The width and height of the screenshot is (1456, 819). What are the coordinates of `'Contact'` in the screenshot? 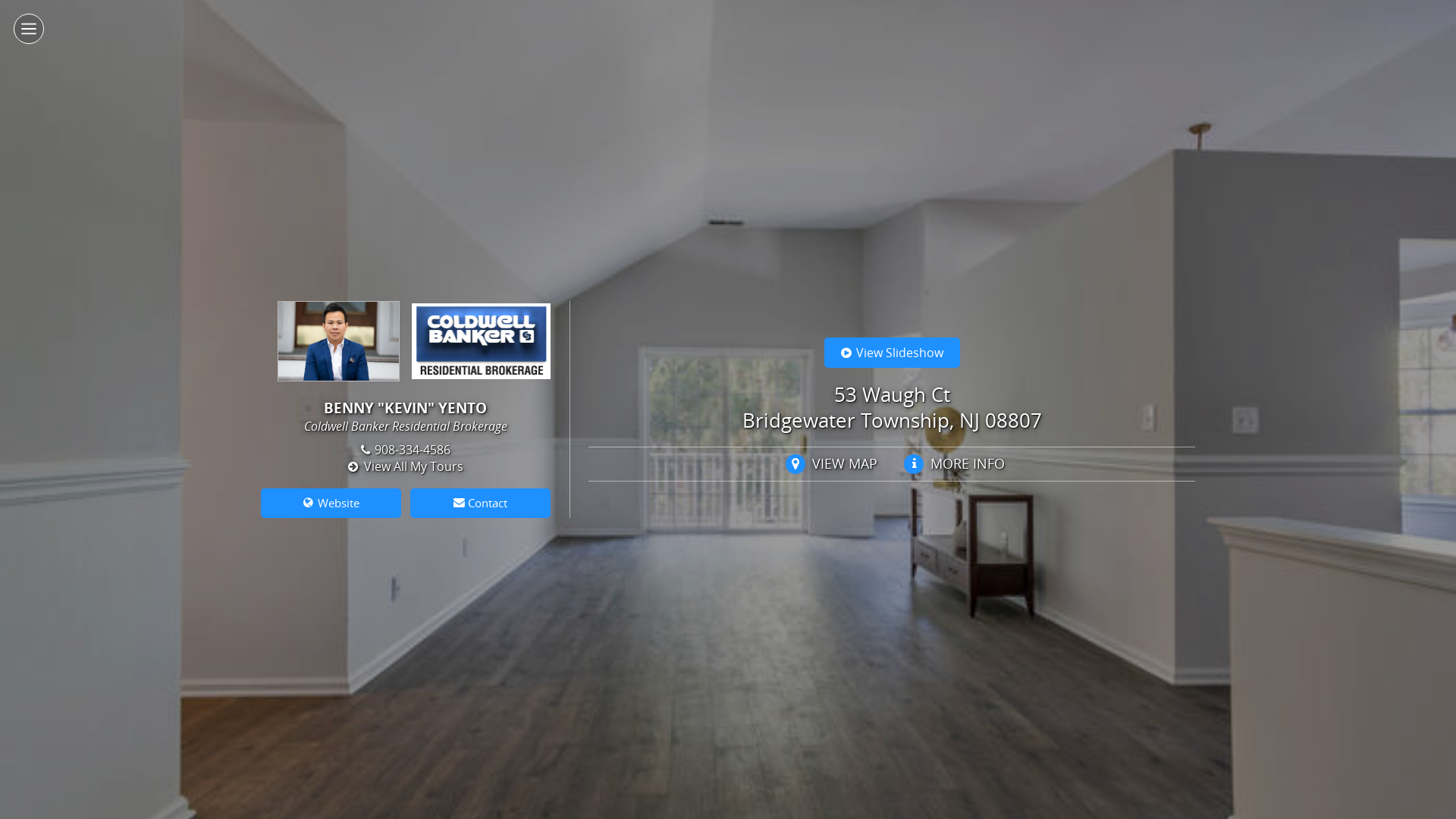 It's located at (479, 503).